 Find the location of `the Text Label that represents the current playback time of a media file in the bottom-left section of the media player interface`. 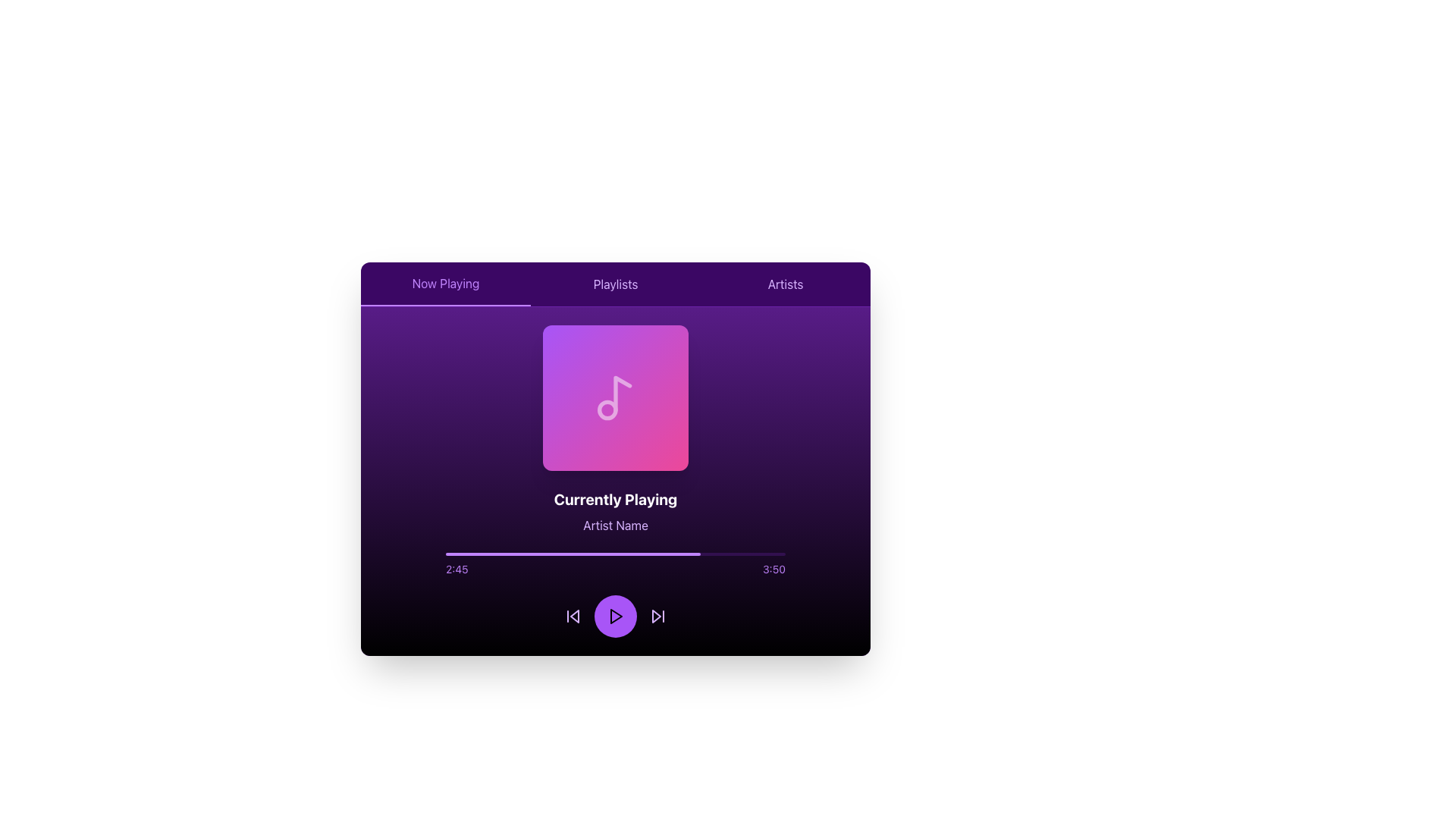

the Text Label that represents the current playback time of a media file in the bottom-left section of the media player interface is located at coordinates (456, 570).